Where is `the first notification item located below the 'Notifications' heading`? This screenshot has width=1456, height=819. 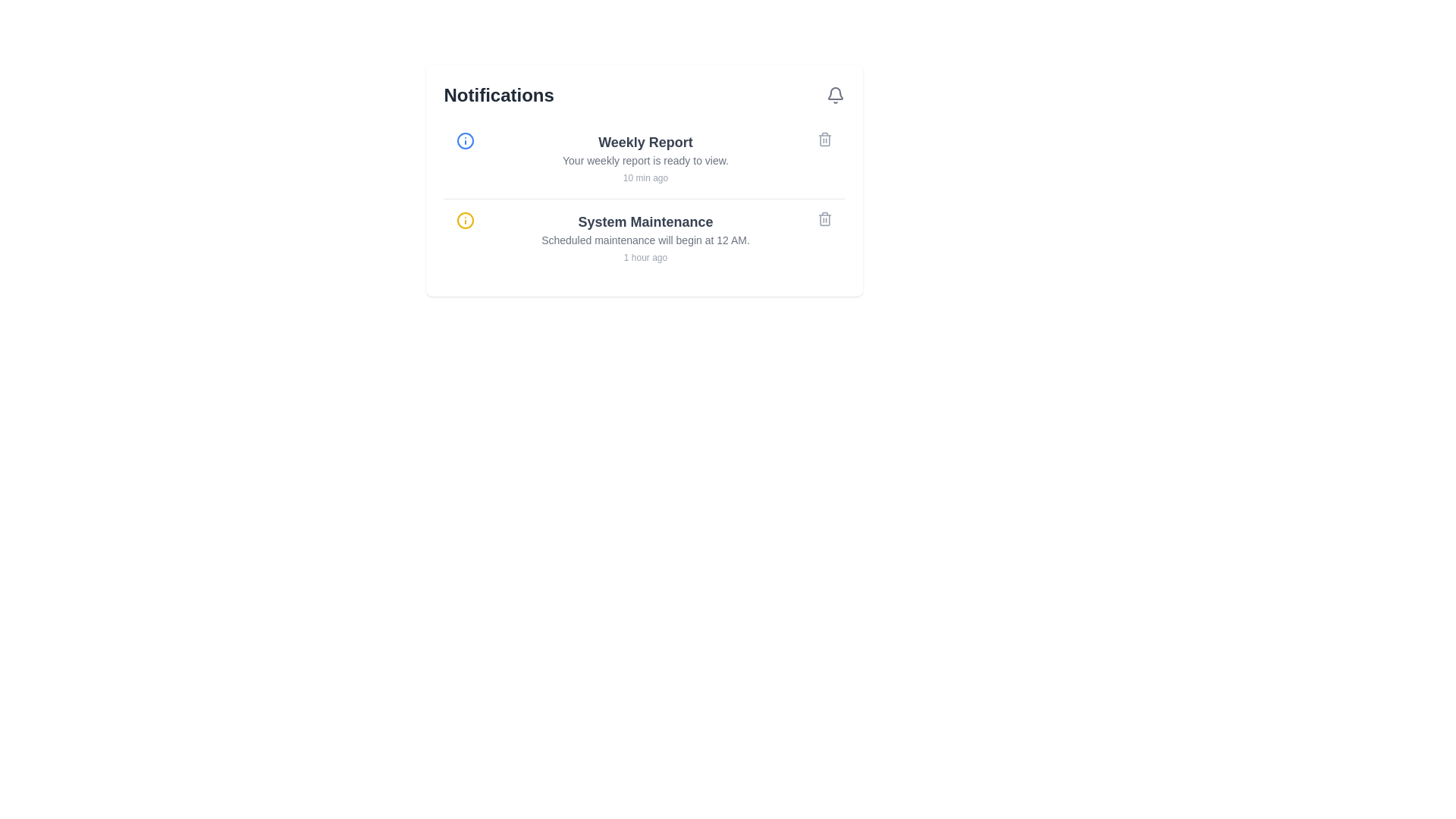
the first notification item located below the 'Notifications' heading is located at coordinates (644, 158).